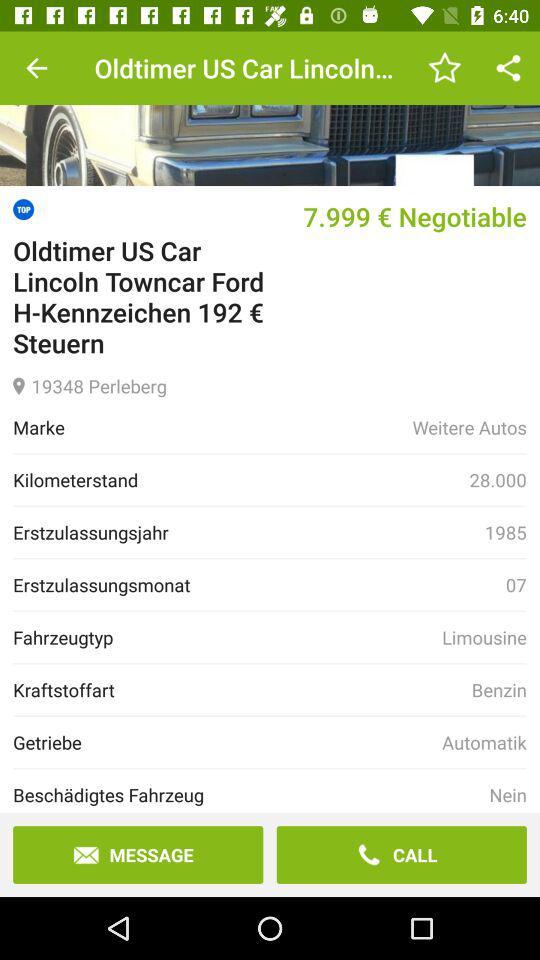 The image size is (540, 960). What do you see at coordinates (504, 531) in the screenshot?
I see `item next to the erstzulassungsjahr item` at bounding box center [504, 531].